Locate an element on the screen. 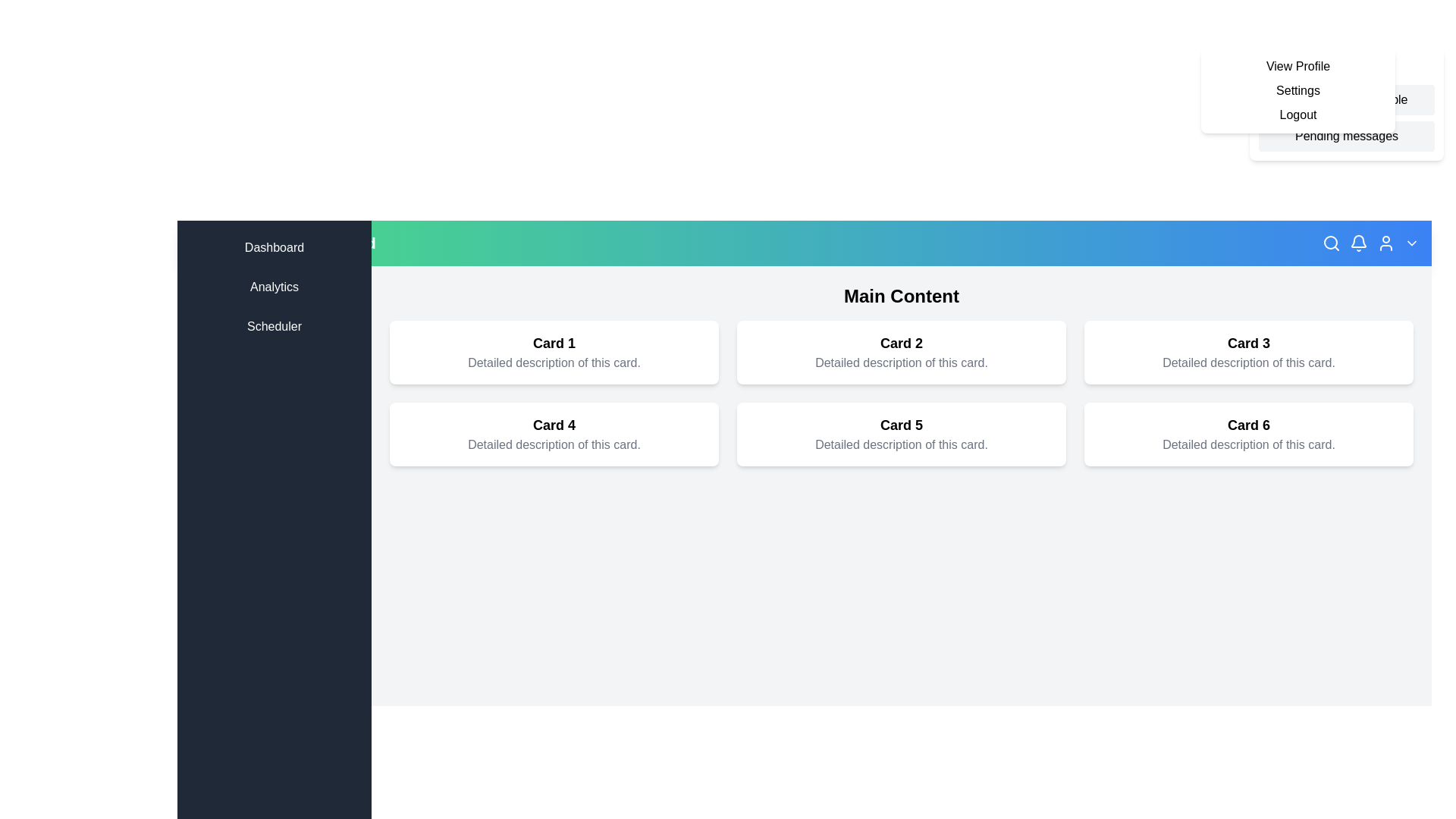 This screenshot has height=819, width=1456. the descriptive text label located at the bottom of 'Card 6', which is positioned in the second row, third column of the grid layout is located at coordinates (1248, 444).